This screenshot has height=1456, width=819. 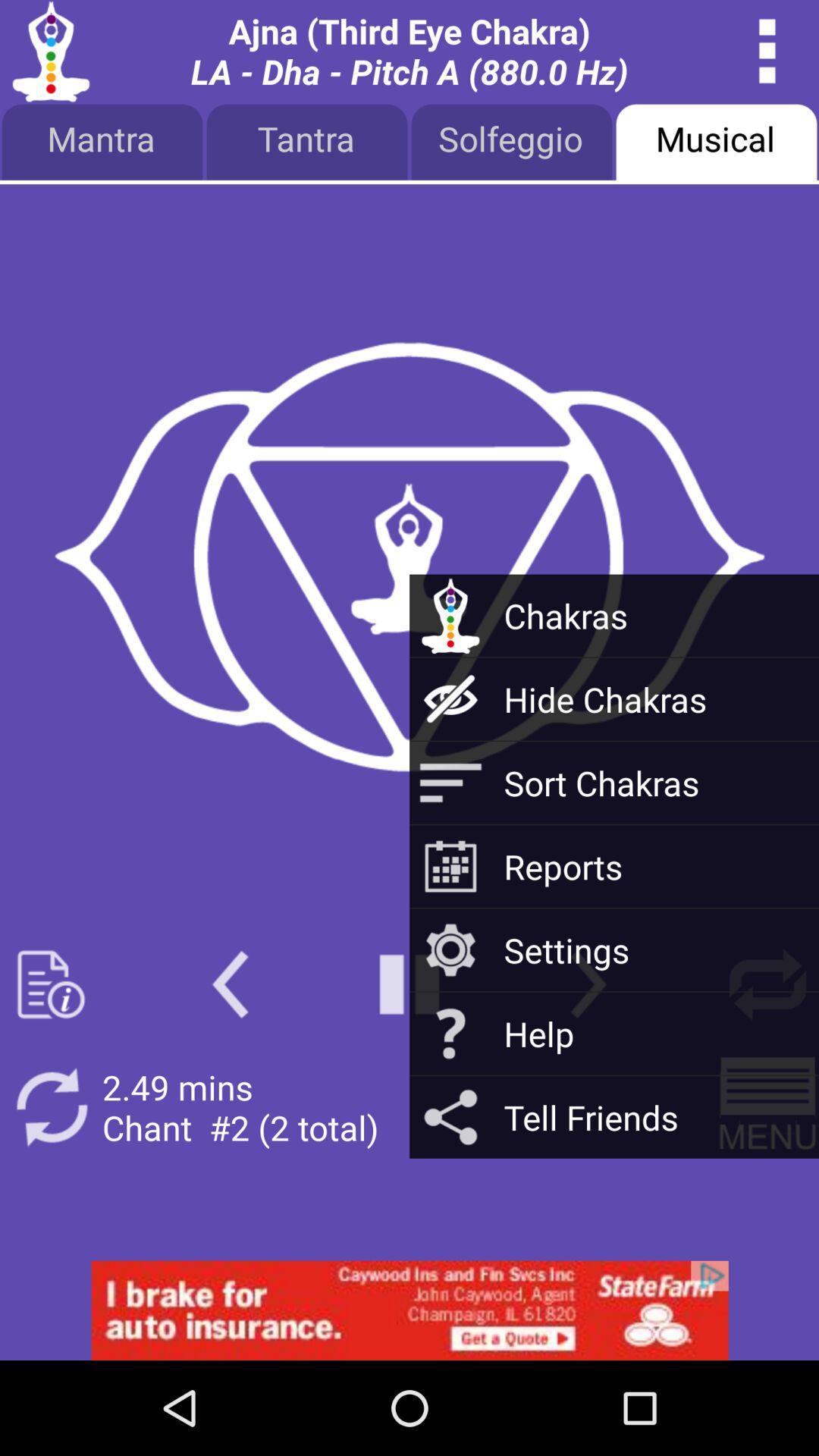 What do you see at coordinates (767, 51) in the screenshot?
I see `more details` at bounding box center [767, 51].